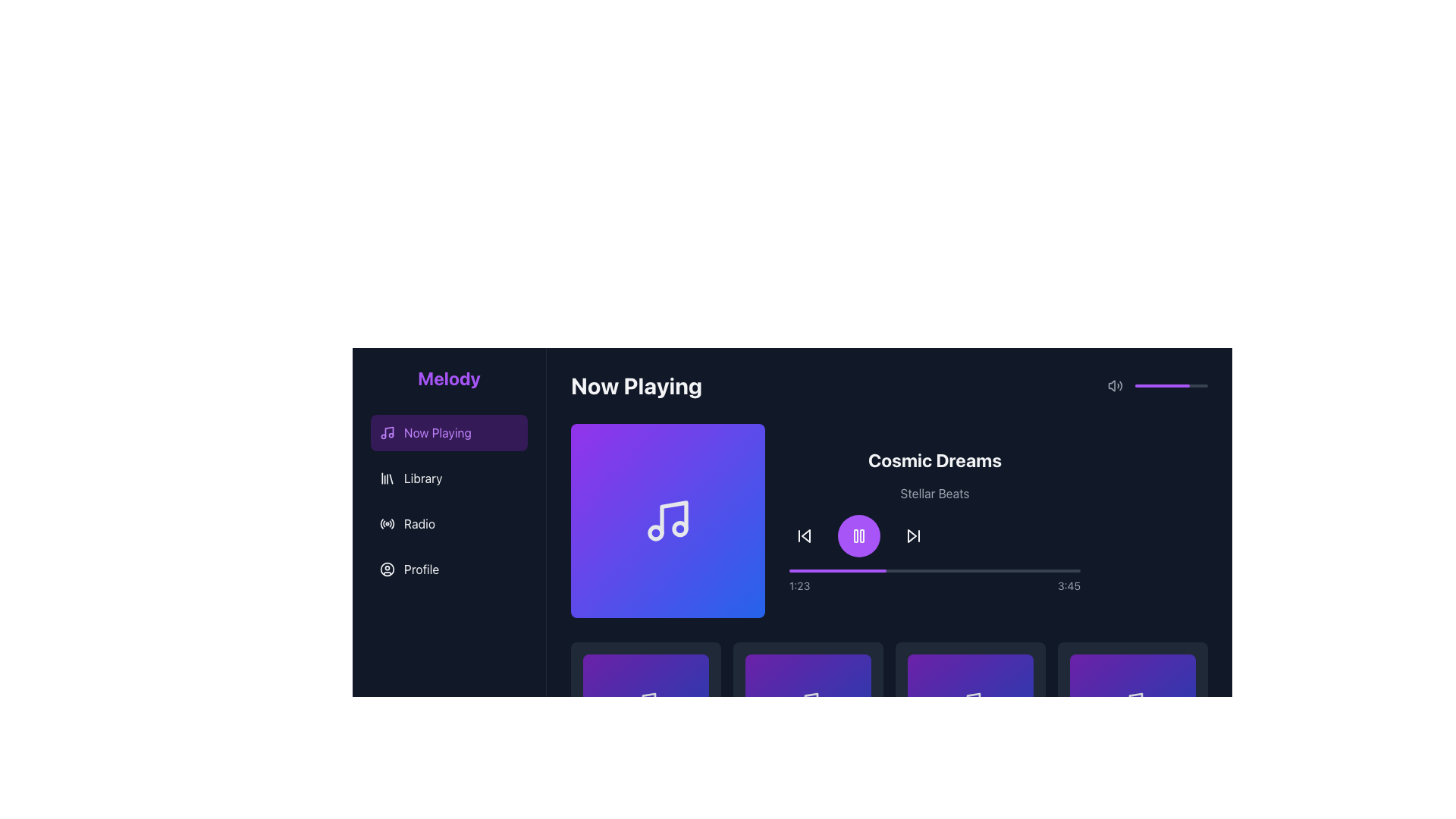 The width and height of the screenshot is (1456, 819). Describe the element at coordinates (387, 570) in the screenshot. I see `the larger circular SVG graphic that represents a user profile avatar, located in the leftmost column under the 'Profile' option in the navigation menu` at that location.